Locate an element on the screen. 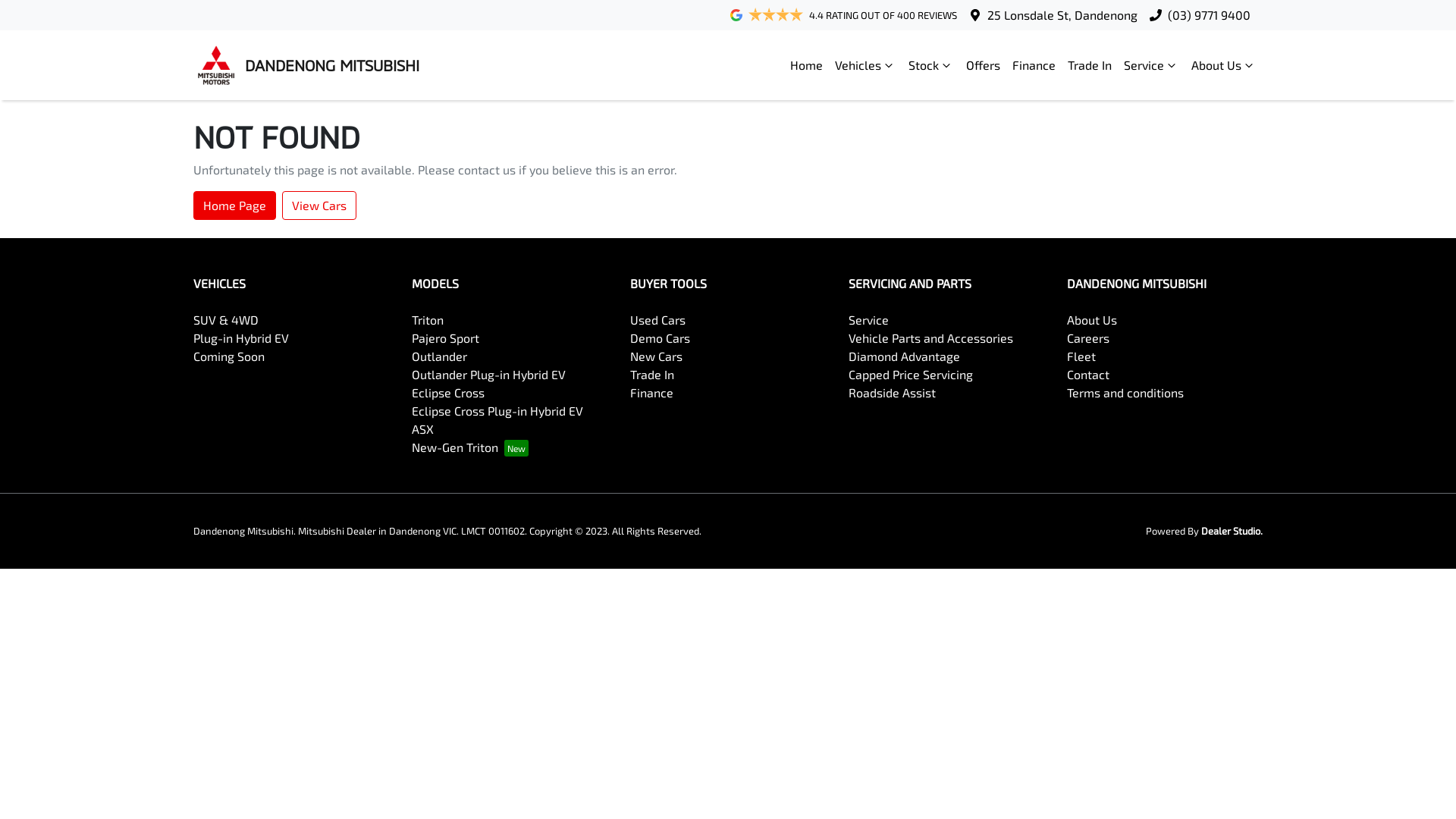  'Eclipse Cross Plug-in Hybrid EV' is located at coordinates (497, 410).